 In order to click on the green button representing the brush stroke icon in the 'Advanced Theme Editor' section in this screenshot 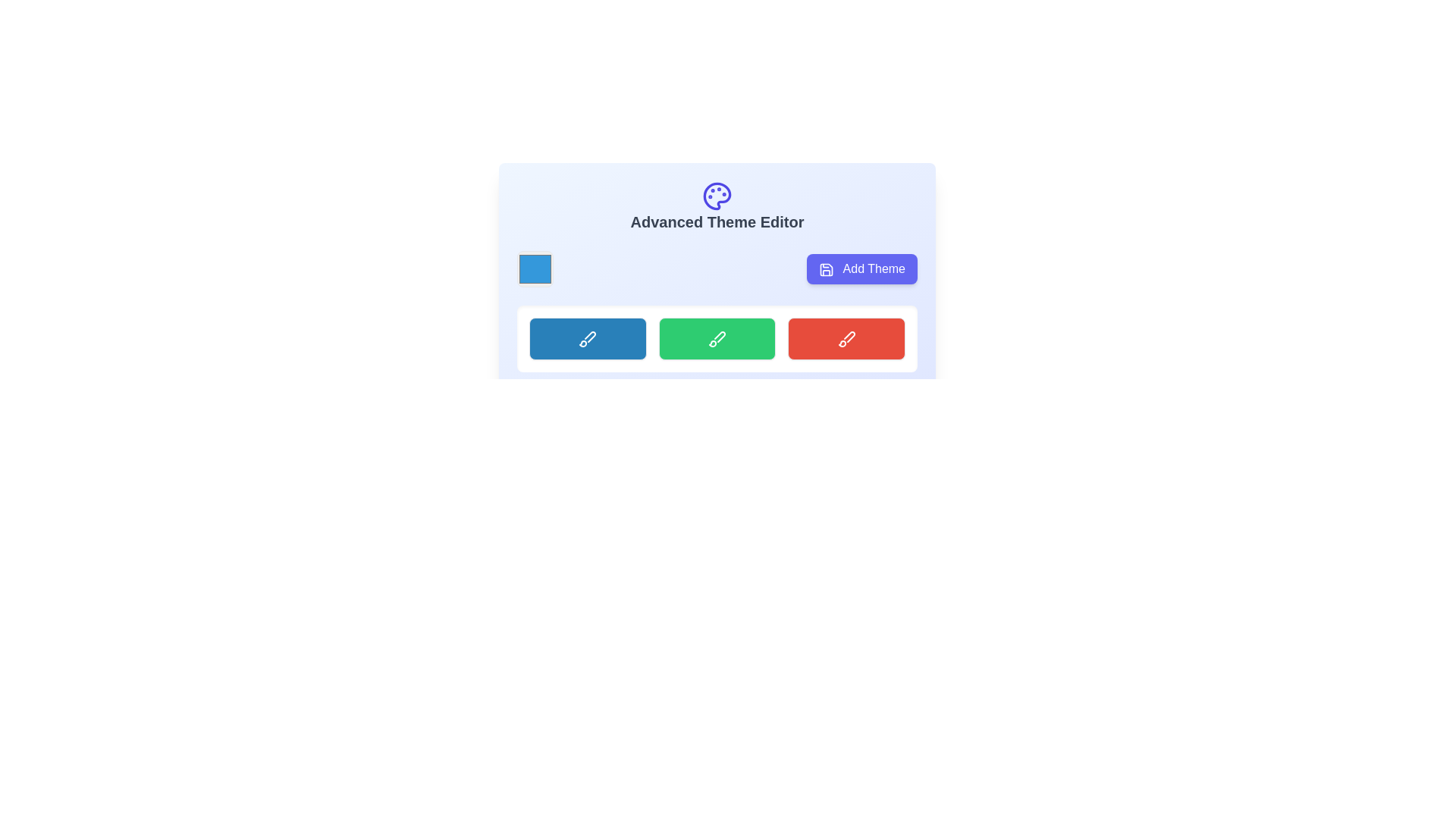, I will do `click(719, 336)`.